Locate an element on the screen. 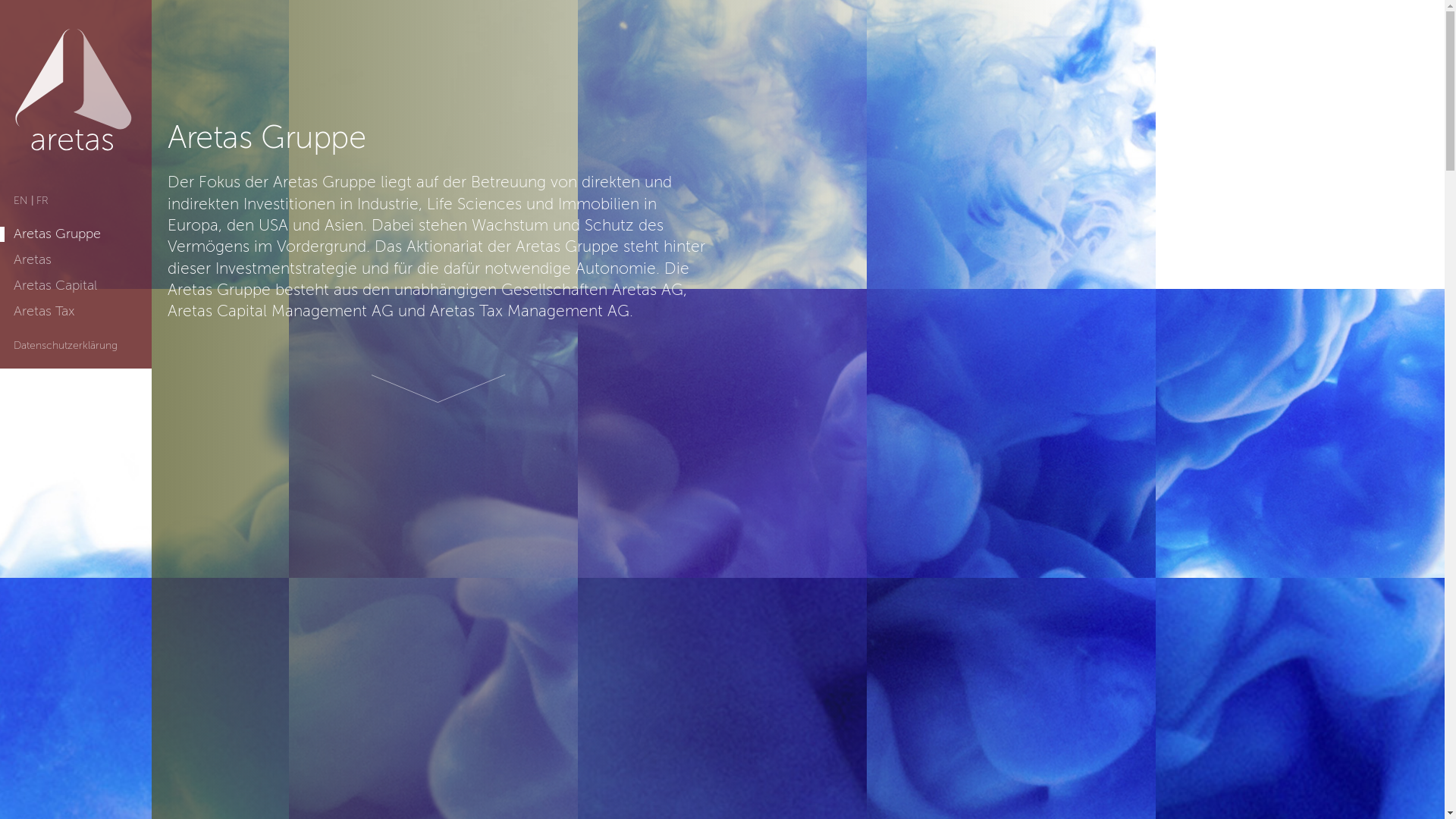 The image size is (1456, 819). 'Aretas Tax' is located at coordinates (44, 311).